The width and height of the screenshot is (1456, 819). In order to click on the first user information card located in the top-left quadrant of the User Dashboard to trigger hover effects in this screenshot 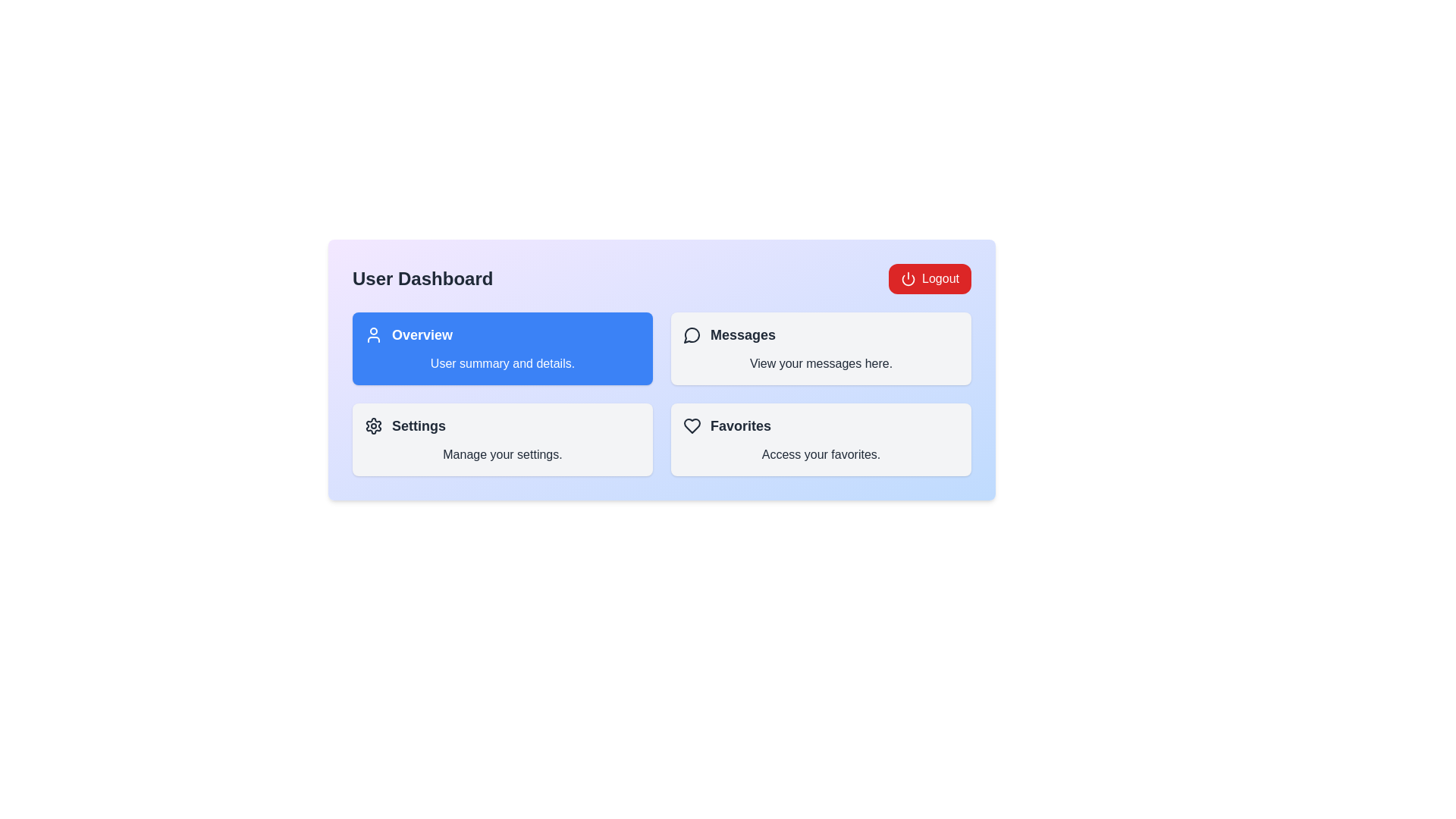, I will do `click(502, 348)`.